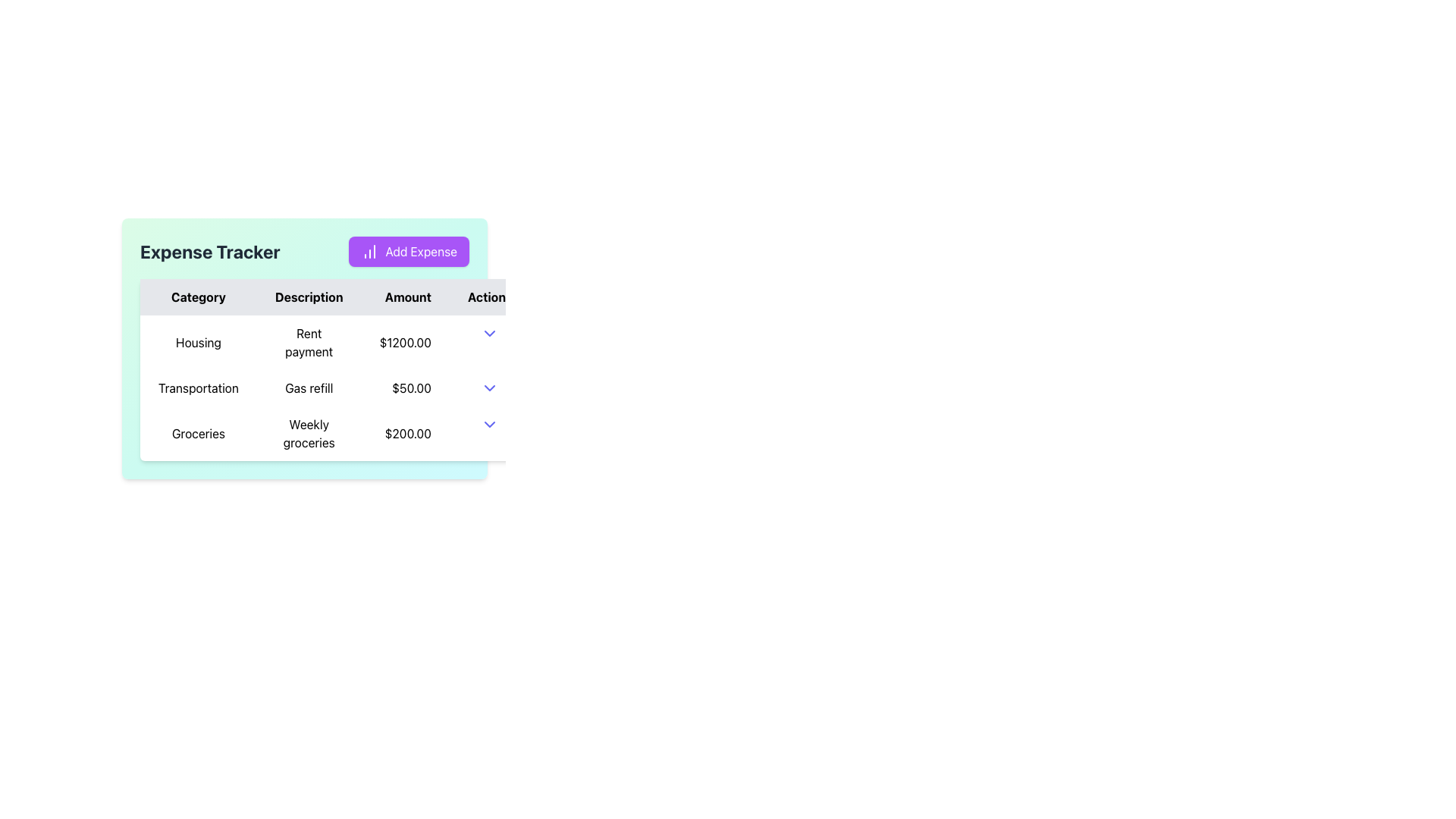  What do you see at coordinates (334, 433) in the screenshot?
I see `the third table row summarizing an expense item, which displays its category, description, and amount, and allows interaction via an action button` at bounding box center [334, 433].